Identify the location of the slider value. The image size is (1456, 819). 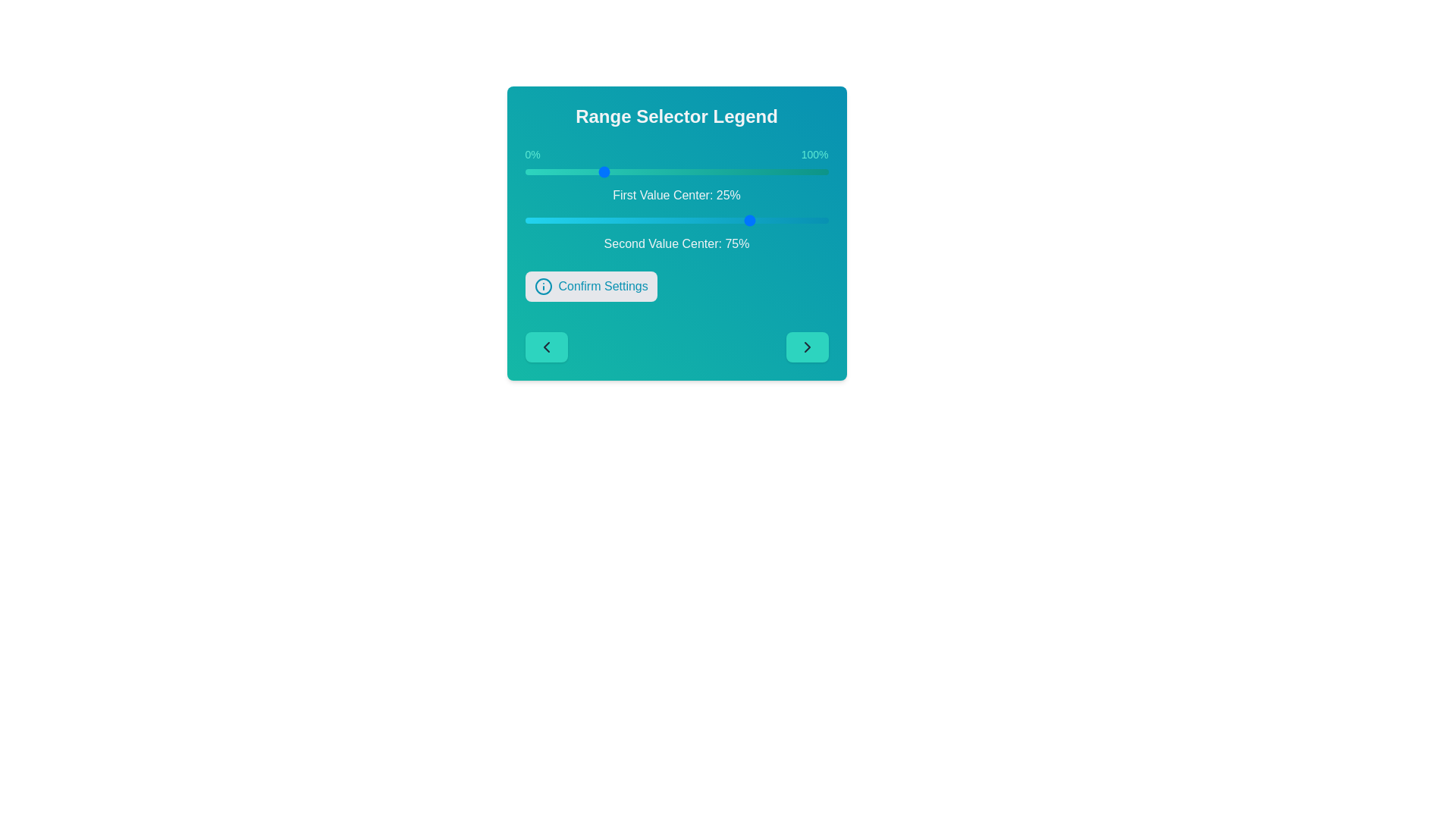
(783, 171).